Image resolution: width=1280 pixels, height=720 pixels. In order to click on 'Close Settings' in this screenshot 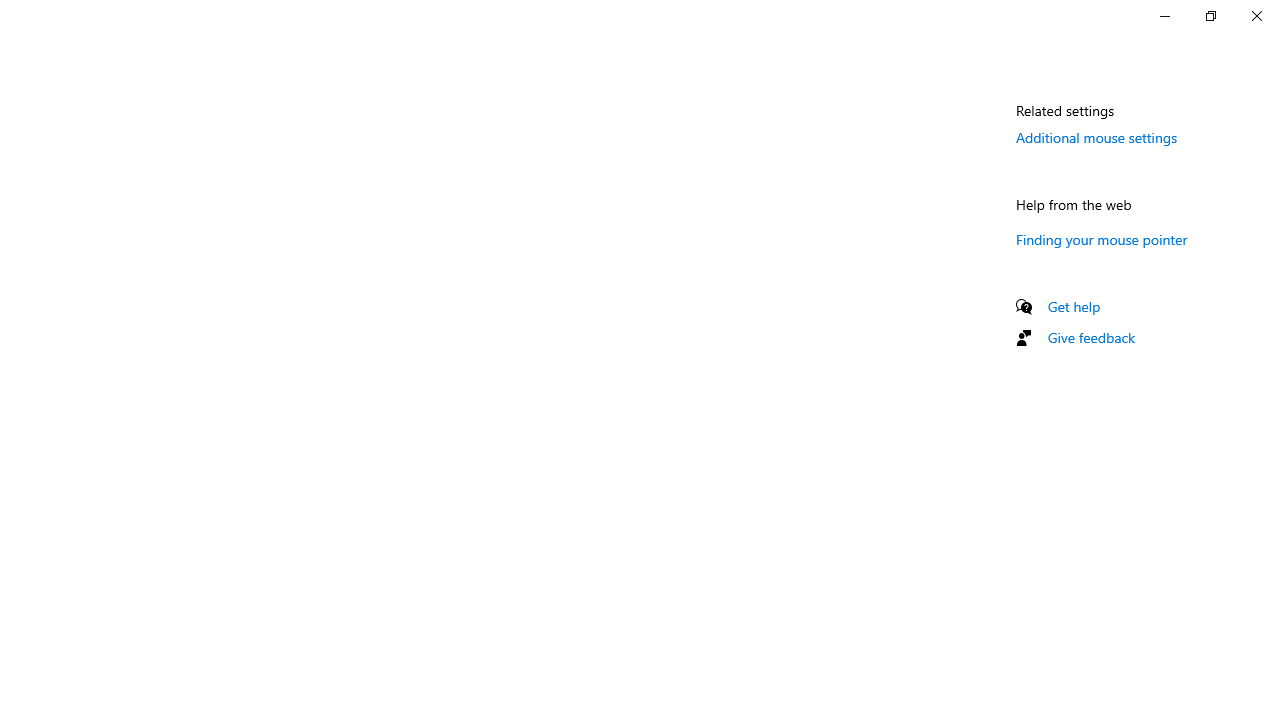, I will do `click(1255, 15)`.